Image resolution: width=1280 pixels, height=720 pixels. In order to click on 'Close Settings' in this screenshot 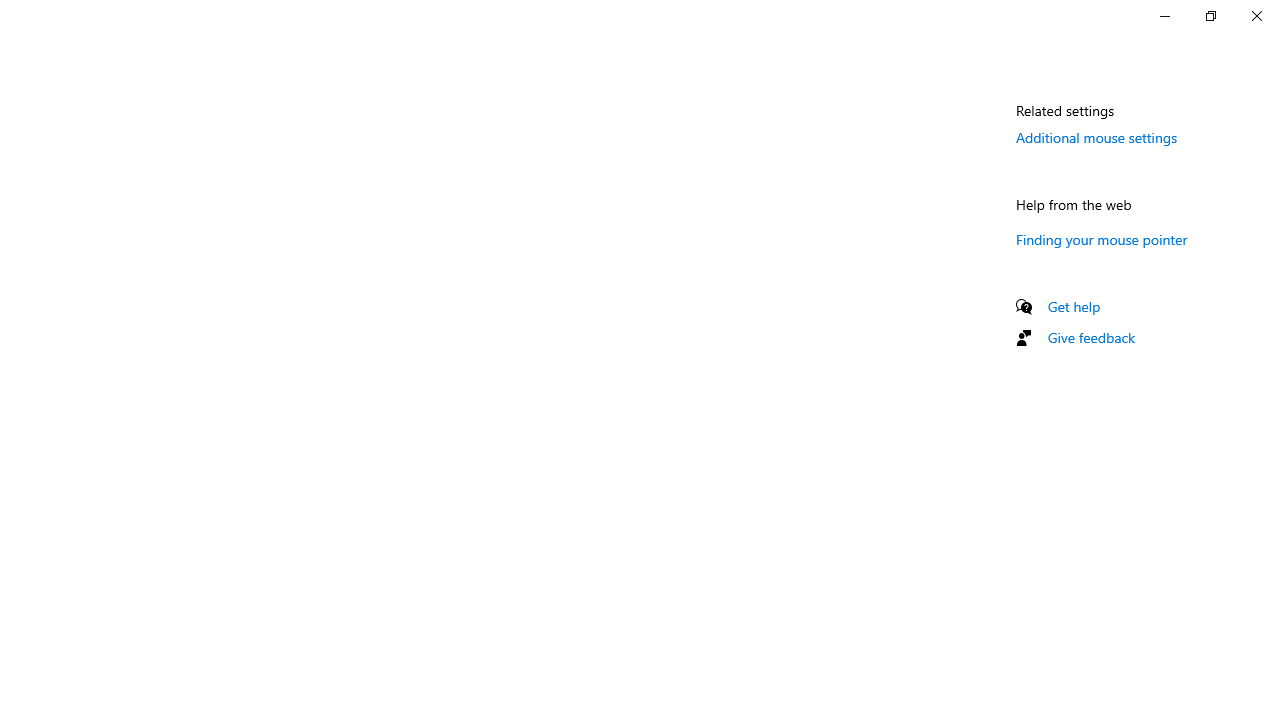, I will do `click(1255, 15)`.